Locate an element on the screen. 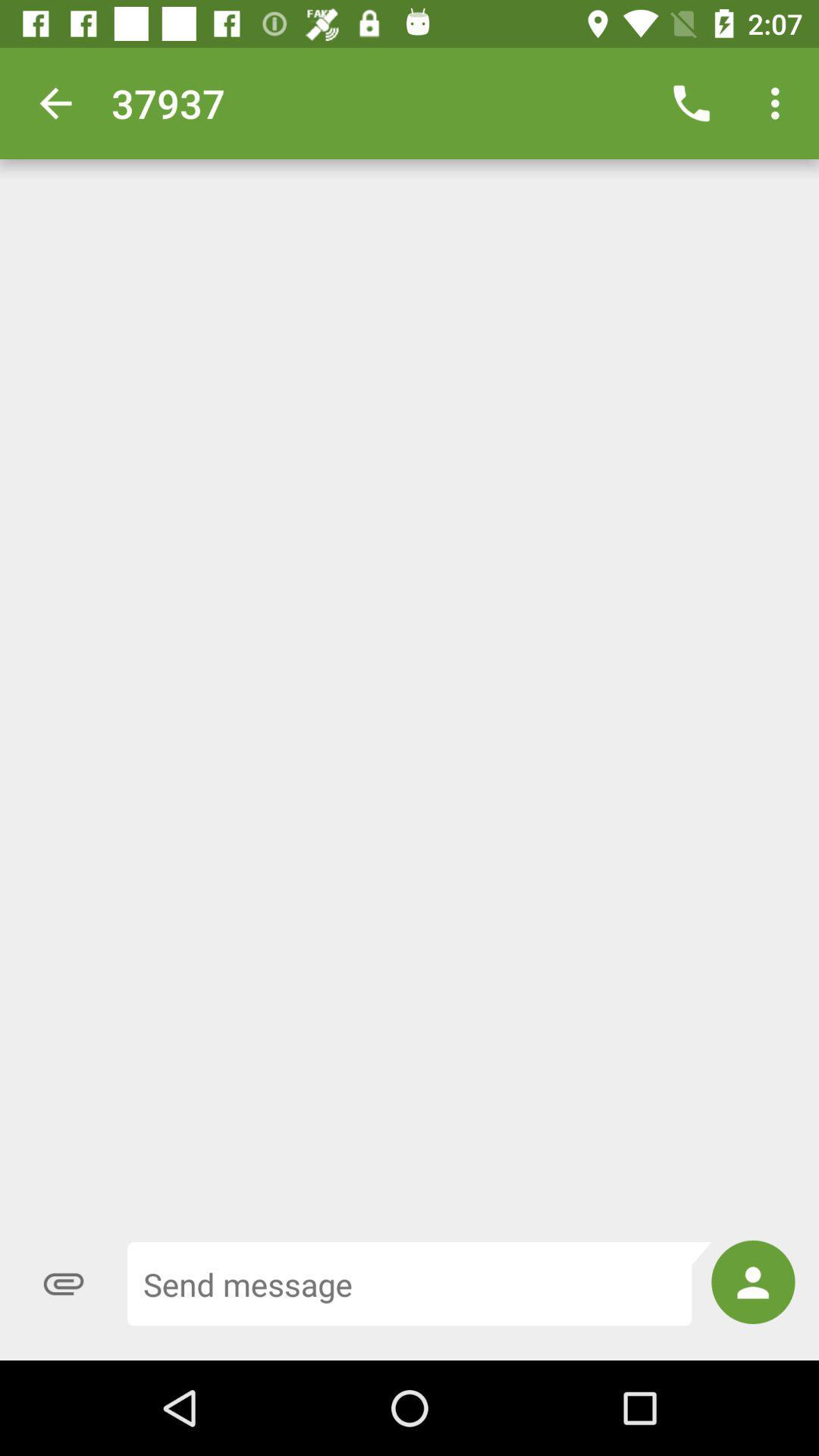  the attach_file icon is located at coordinates (63, 1283).